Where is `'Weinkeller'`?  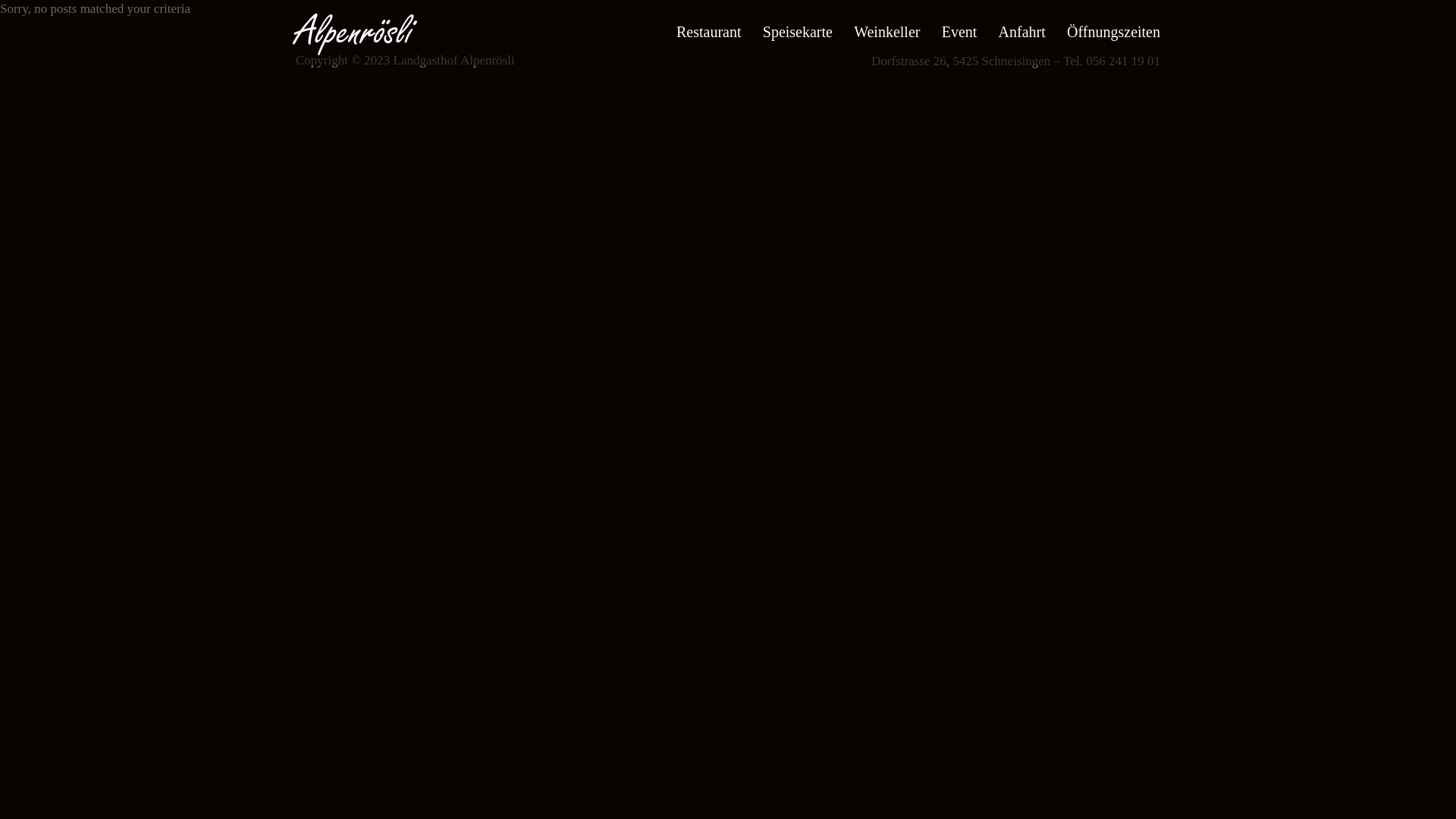 'Weinkeller' is located at coordinates (886, 32).